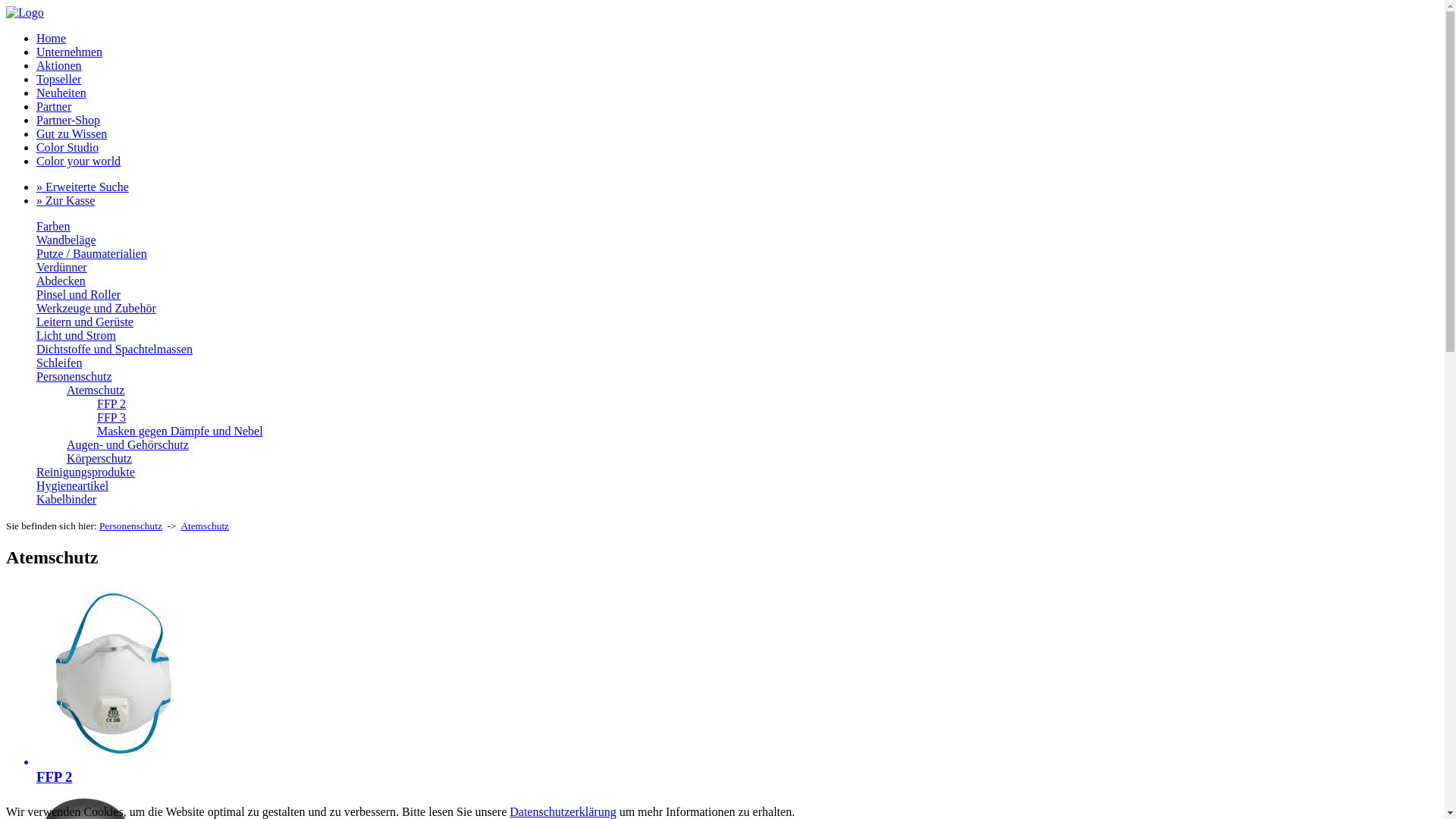  Describe the element at coordinates (61, 93) in the screenshot. I see `'Neuheiten'` at that location.